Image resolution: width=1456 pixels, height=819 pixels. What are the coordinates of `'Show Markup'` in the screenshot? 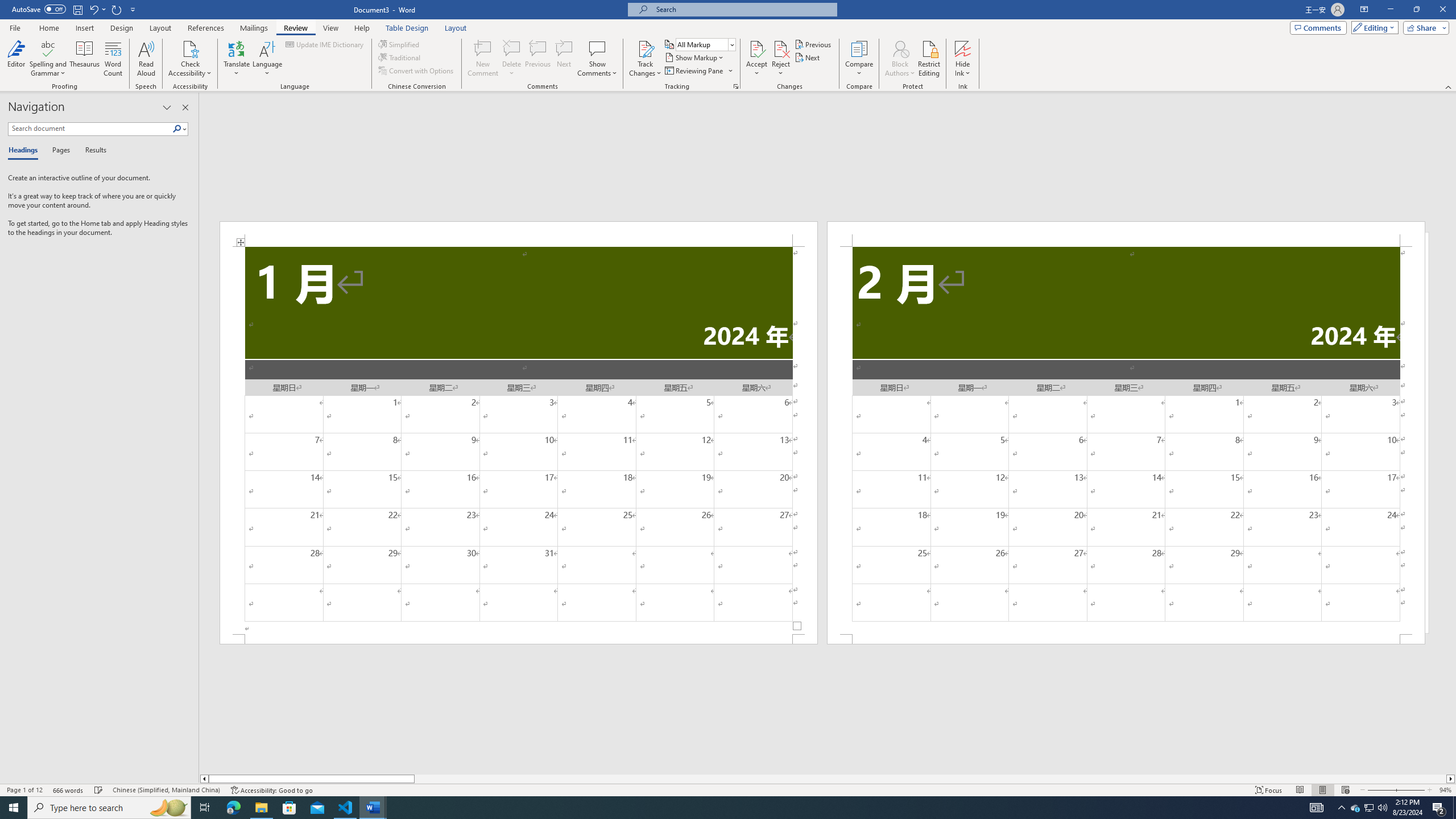 It's located at (695, 56).